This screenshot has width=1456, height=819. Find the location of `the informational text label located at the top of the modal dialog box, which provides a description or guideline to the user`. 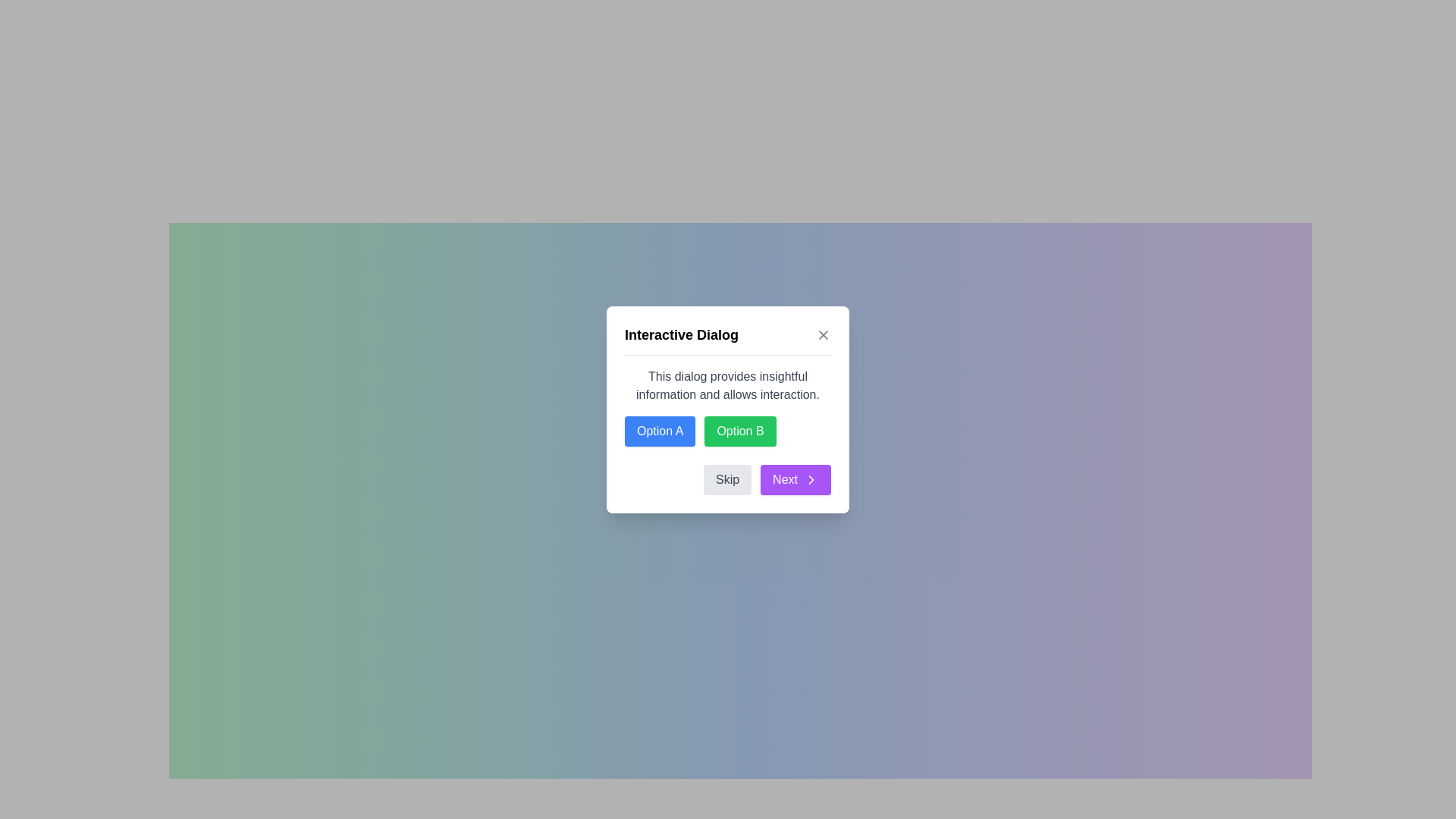

the informational text label located at the top of the modal dialog box, which provides a description or guideline to the user is located at coordinates (728, 384).